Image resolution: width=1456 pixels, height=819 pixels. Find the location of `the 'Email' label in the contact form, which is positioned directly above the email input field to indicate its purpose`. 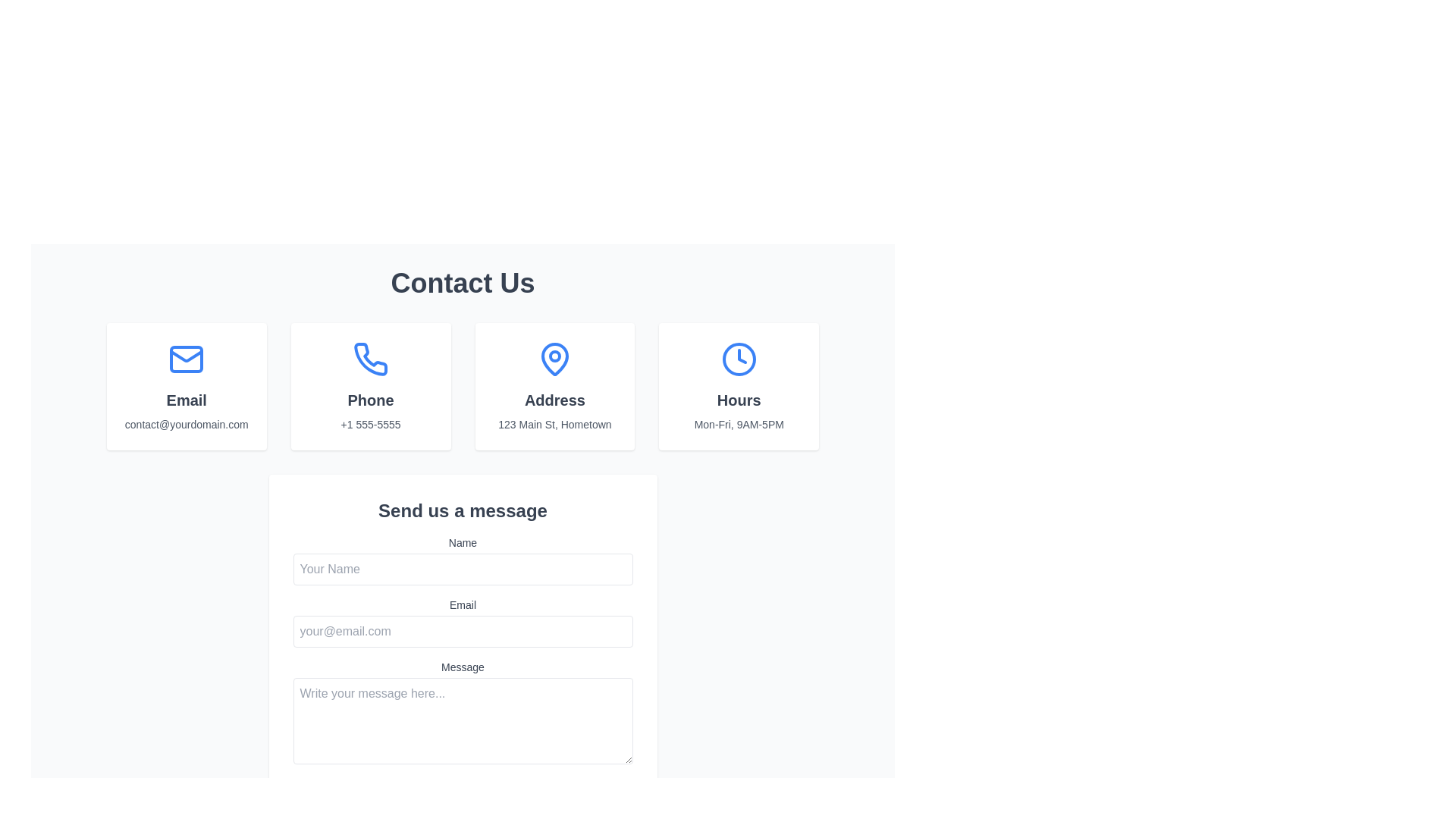

the 'Email' label in the contact form, which is positioned directly above the email input field to indicate its purpose is located at coordinates (462, 604).